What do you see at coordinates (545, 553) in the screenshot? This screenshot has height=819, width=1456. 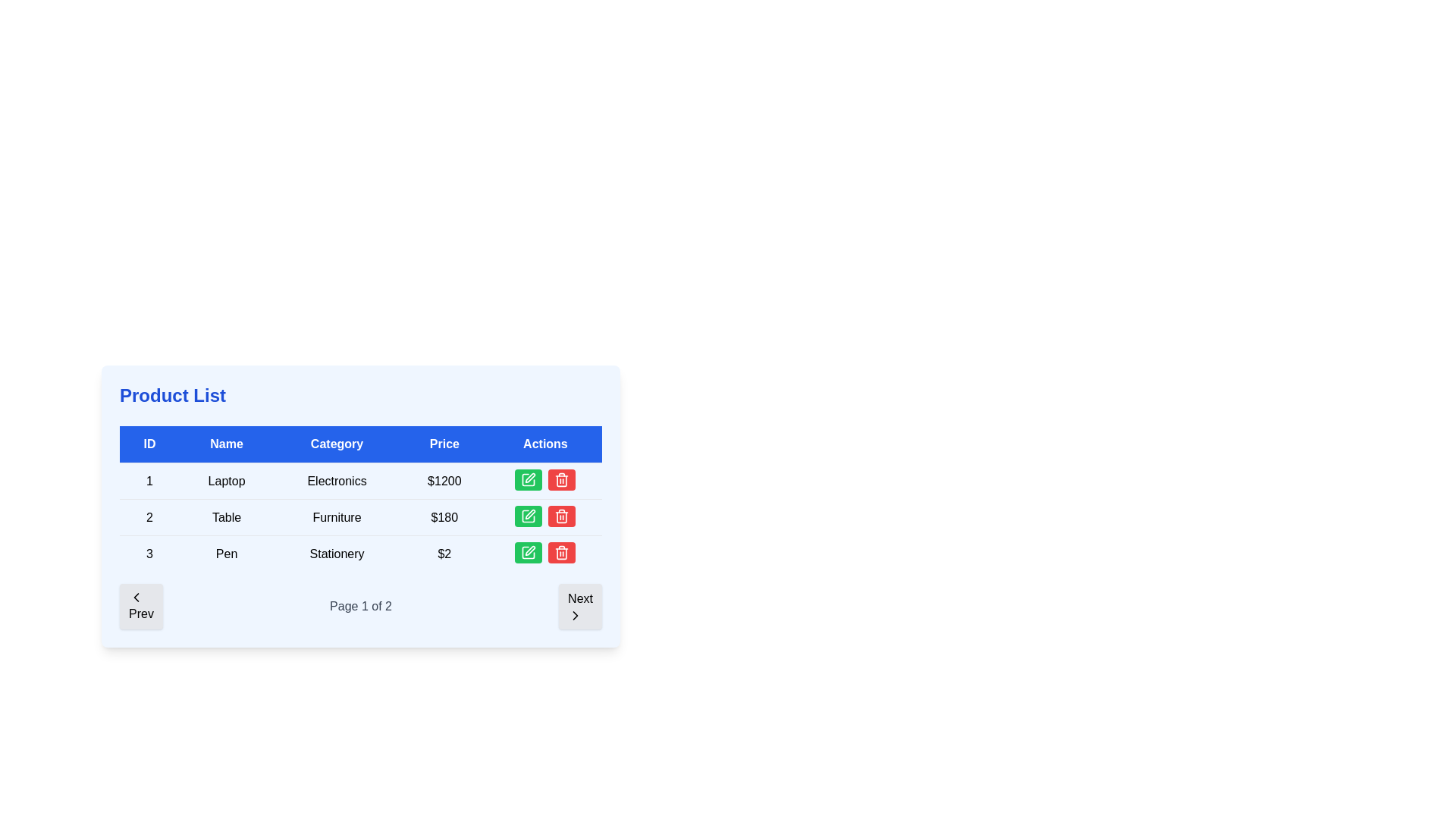 I see `the green edit button located in the 'Actions' column of the last row in the table, which contains information about the 'Pen' item` at bounding box center [545, 553].